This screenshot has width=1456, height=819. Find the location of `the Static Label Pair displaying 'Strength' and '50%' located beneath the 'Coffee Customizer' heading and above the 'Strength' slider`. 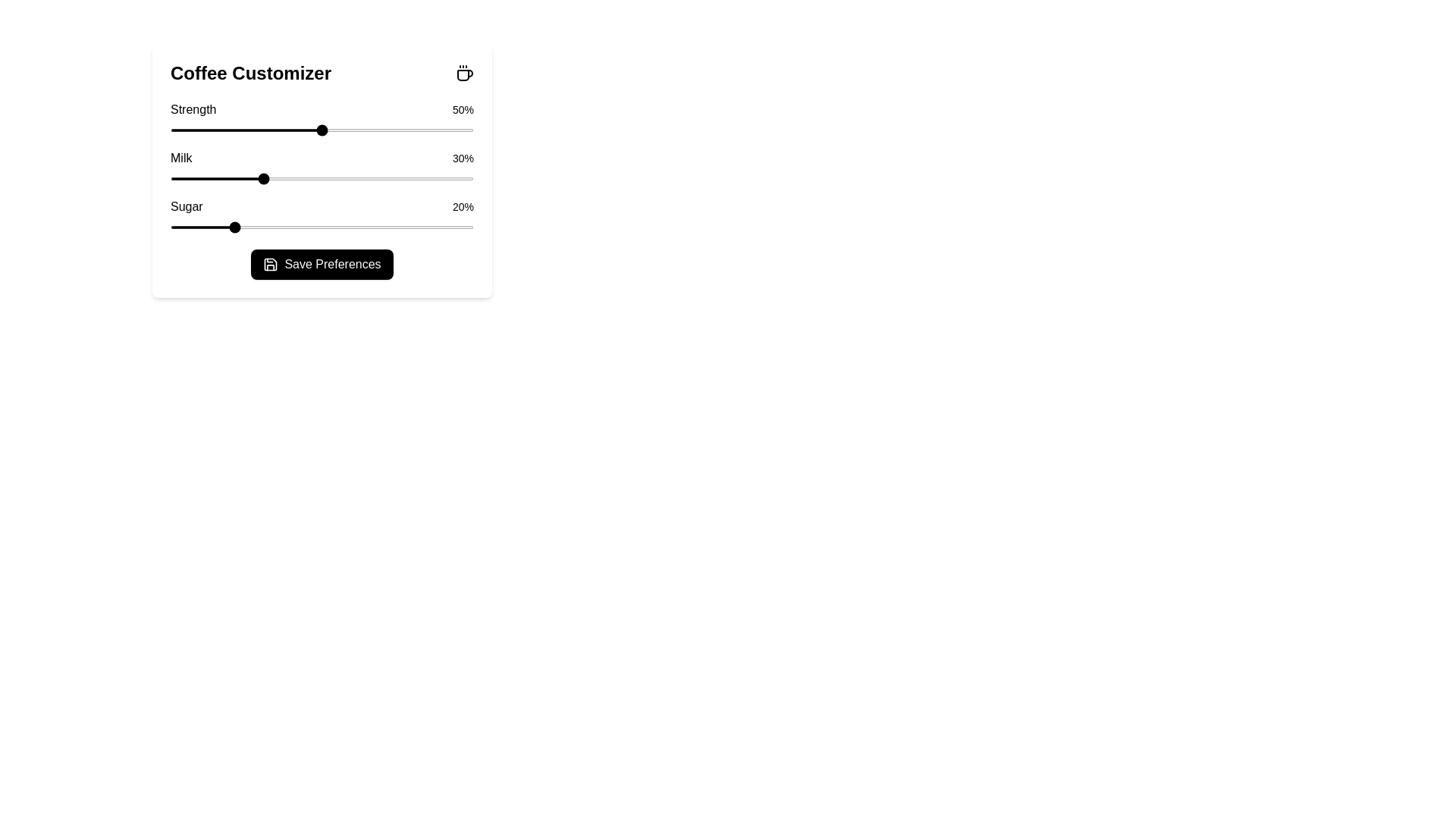

the Static Label Pair displaying 'Strength' and '50%' located beneath the 'Coffee Customizer' heading and above the 'Strength' slider is located at coordinates (322, 109).